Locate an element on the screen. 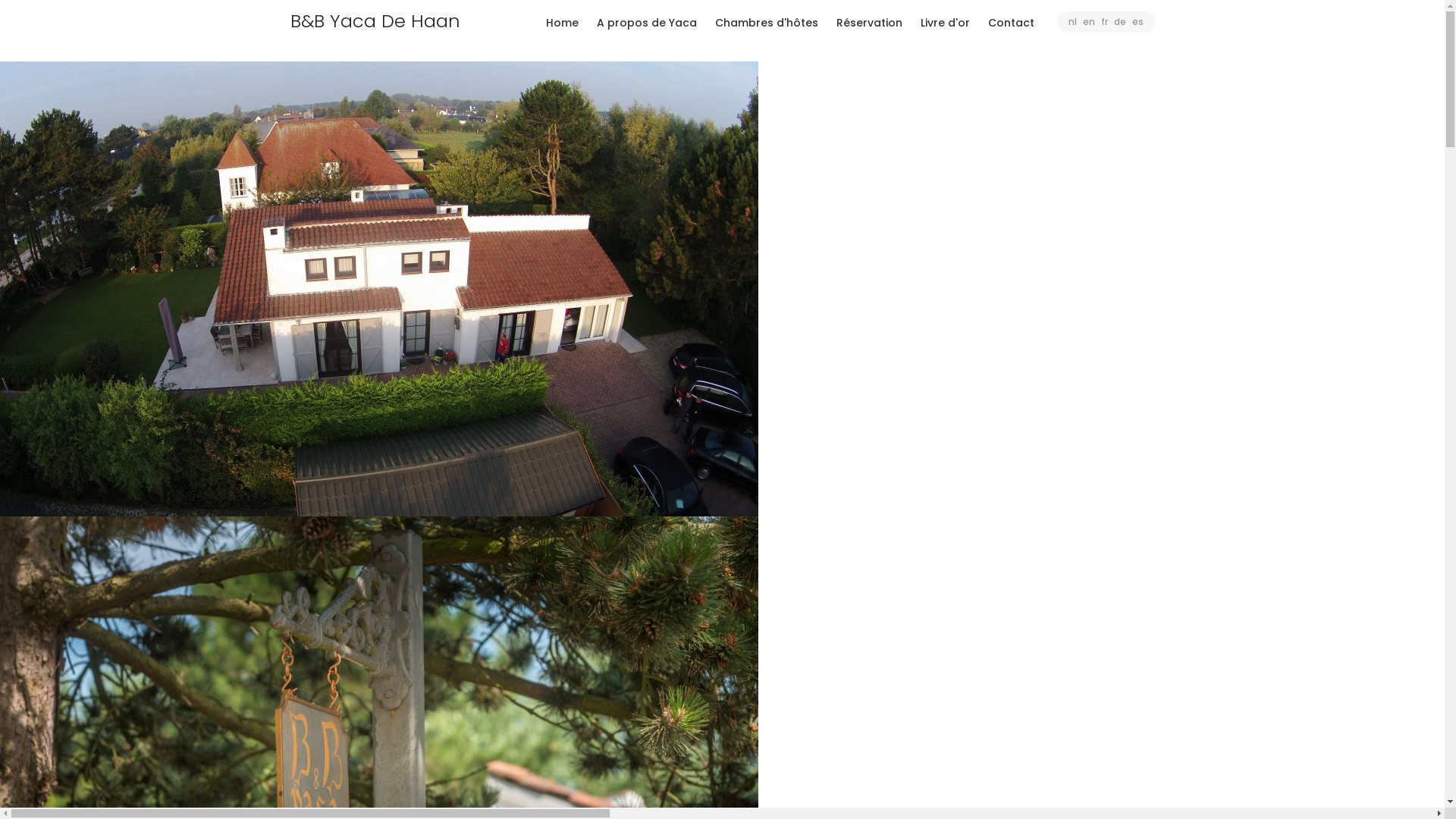  'Livre d'or' is located at coordinates (944, 23).